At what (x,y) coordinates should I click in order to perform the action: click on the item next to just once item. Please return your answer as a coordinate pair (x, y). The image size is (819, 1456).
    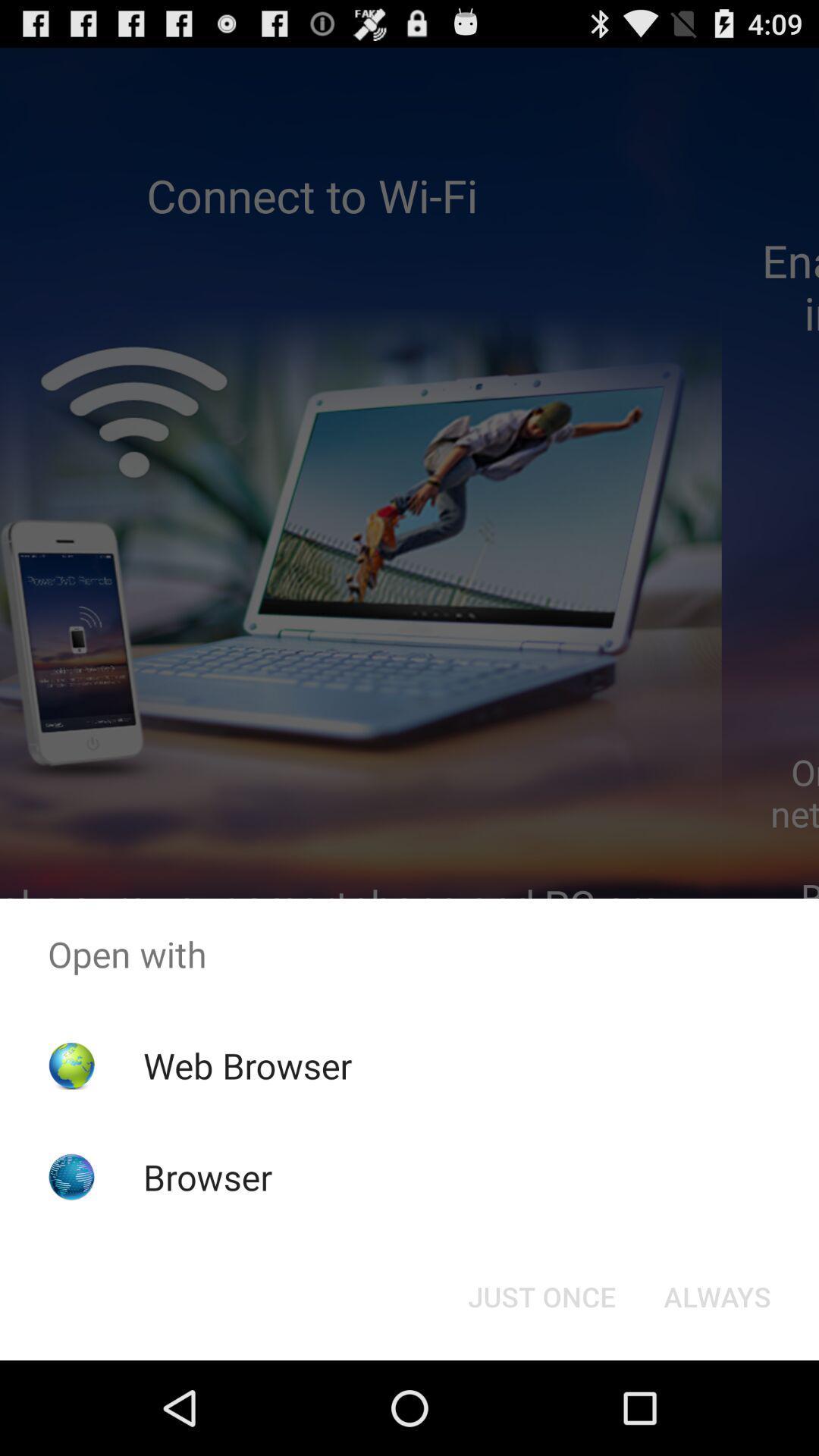
    Looking at the image, I should click on (717, 1295).